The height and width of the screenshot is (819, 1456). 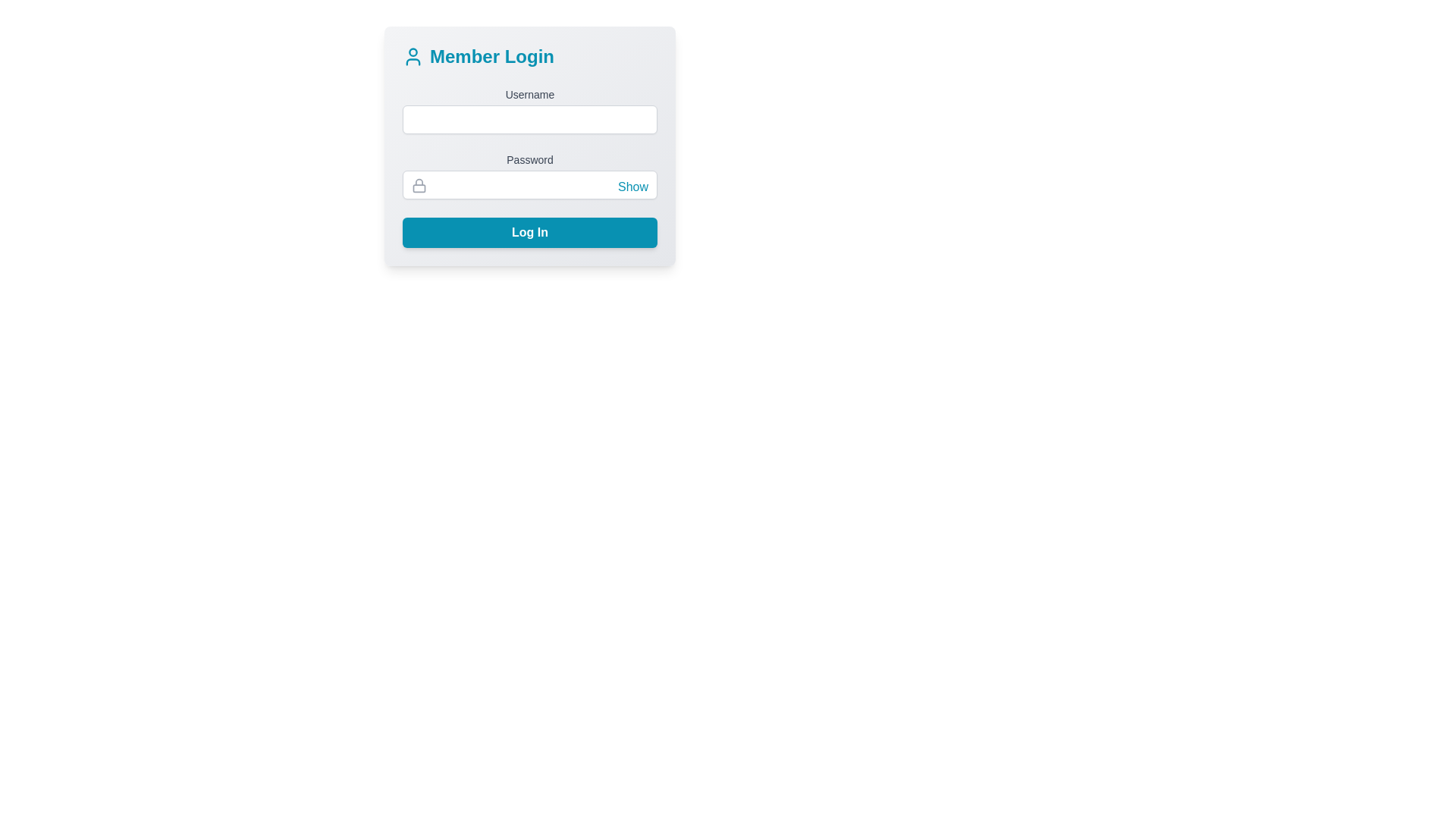 What do you see at coordinates (419, 187) in the screenshot?
I see `the lower part of the lock icon, which signifies security for the password input field in the login form, located to the left of the password input field` at bounding box center [419, 187].